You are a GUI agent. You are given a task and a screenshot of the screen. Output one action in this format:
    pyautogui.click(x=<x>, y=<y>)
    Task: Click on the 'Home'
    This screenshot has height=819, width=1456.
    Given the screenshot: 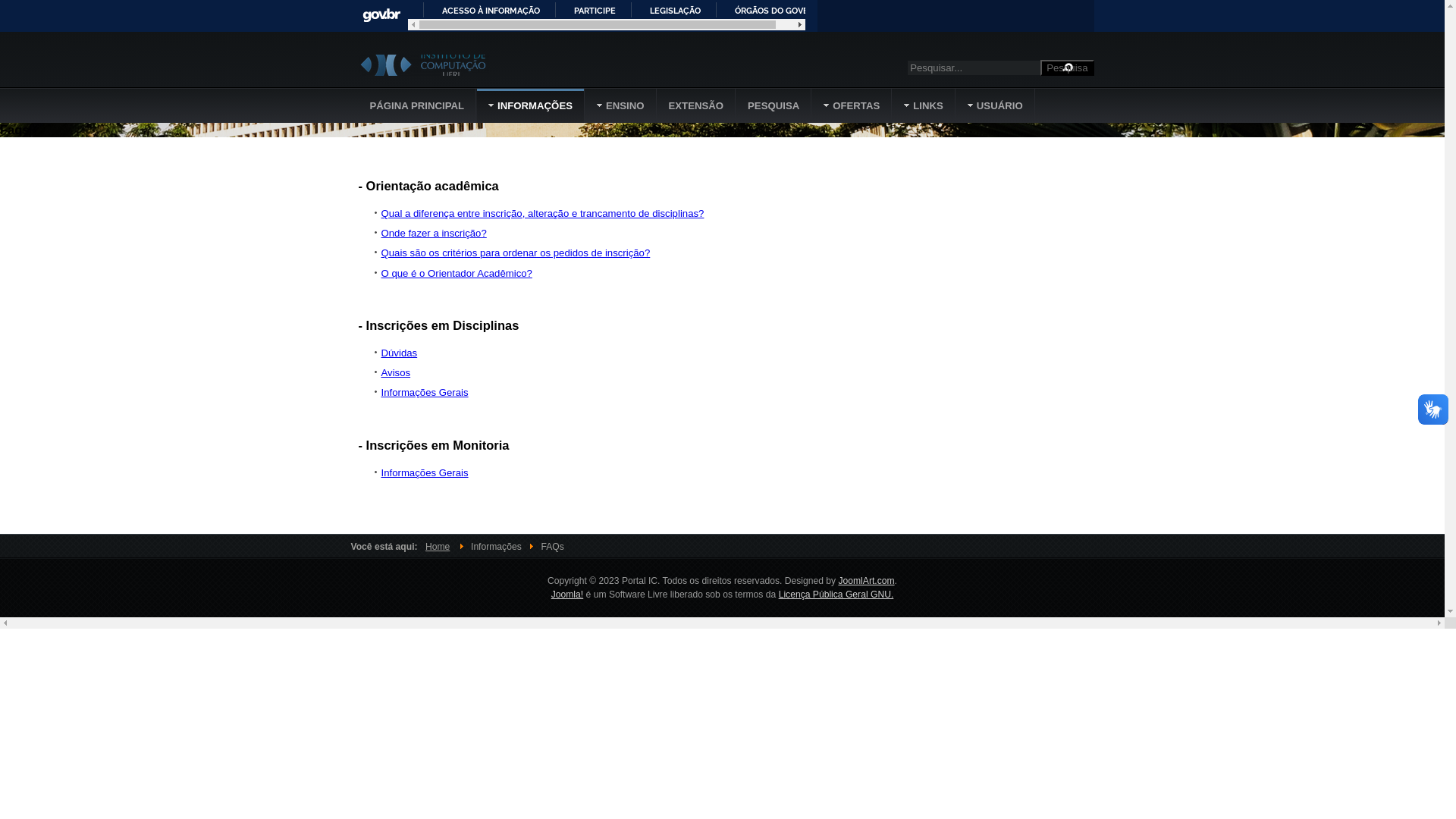 What is the action you would take?
    pyautogui.click(x=436, y=547)
    